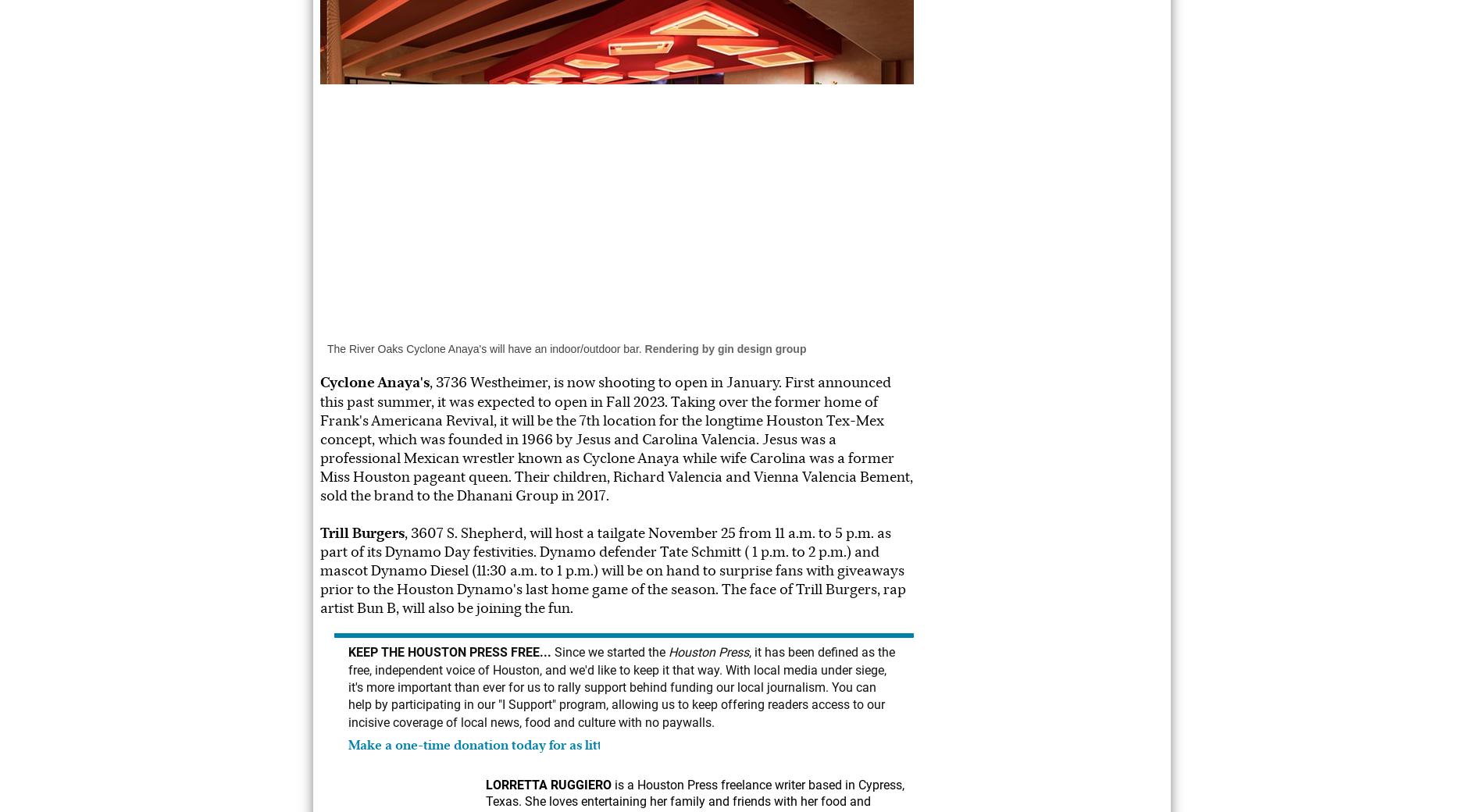 This screenshot has height=812, width=1484. What do you see at coordinates (361, 532) in the screenshot?
I see `'Trill Burgers'` at bounding box center [361, 532].